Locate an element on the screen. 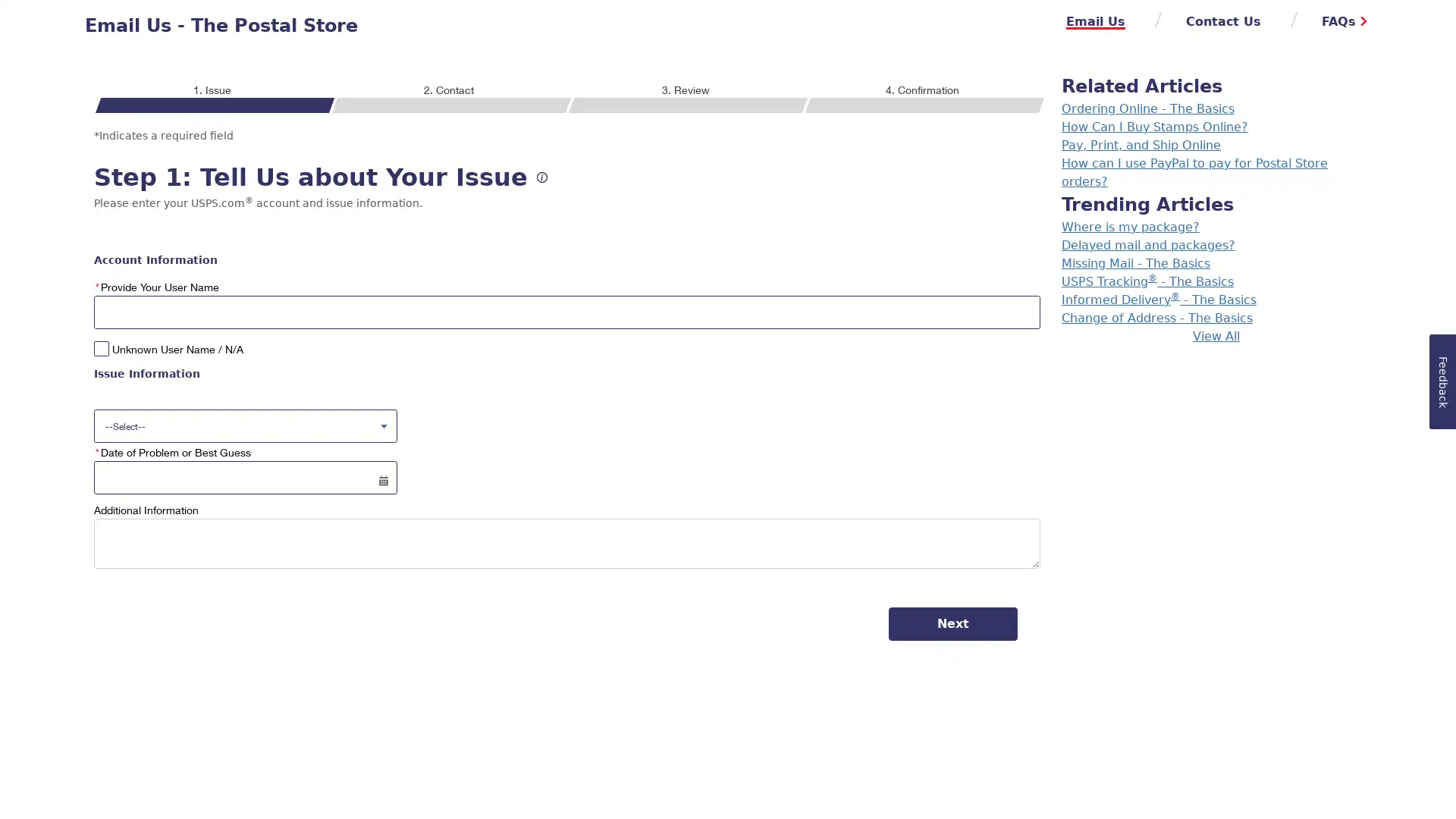  Next is located at coordinates (952, 626).